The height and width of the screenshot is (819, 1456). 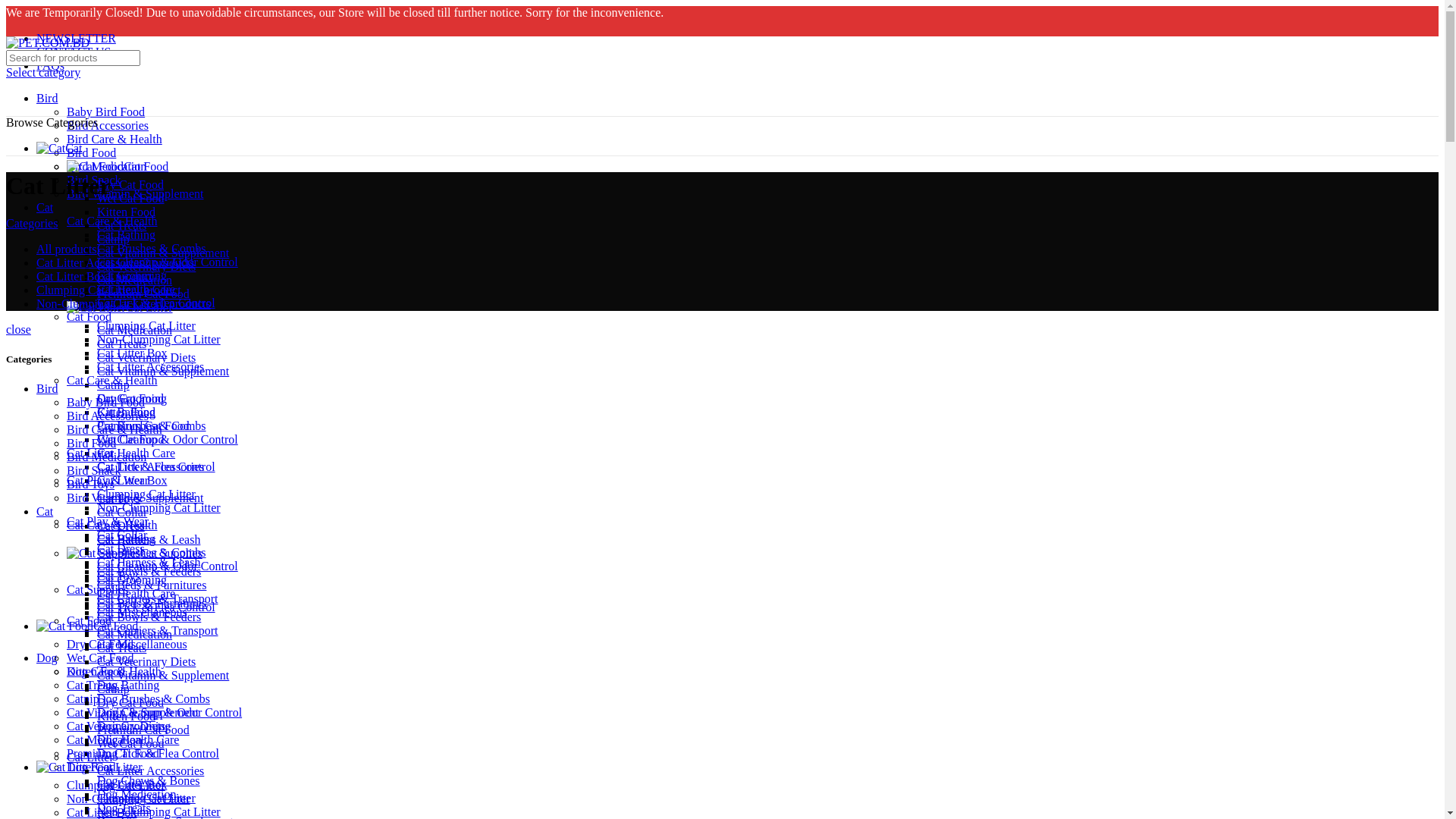 I want to click on 'Cat Play & Wear', so click(x=107, y=520).